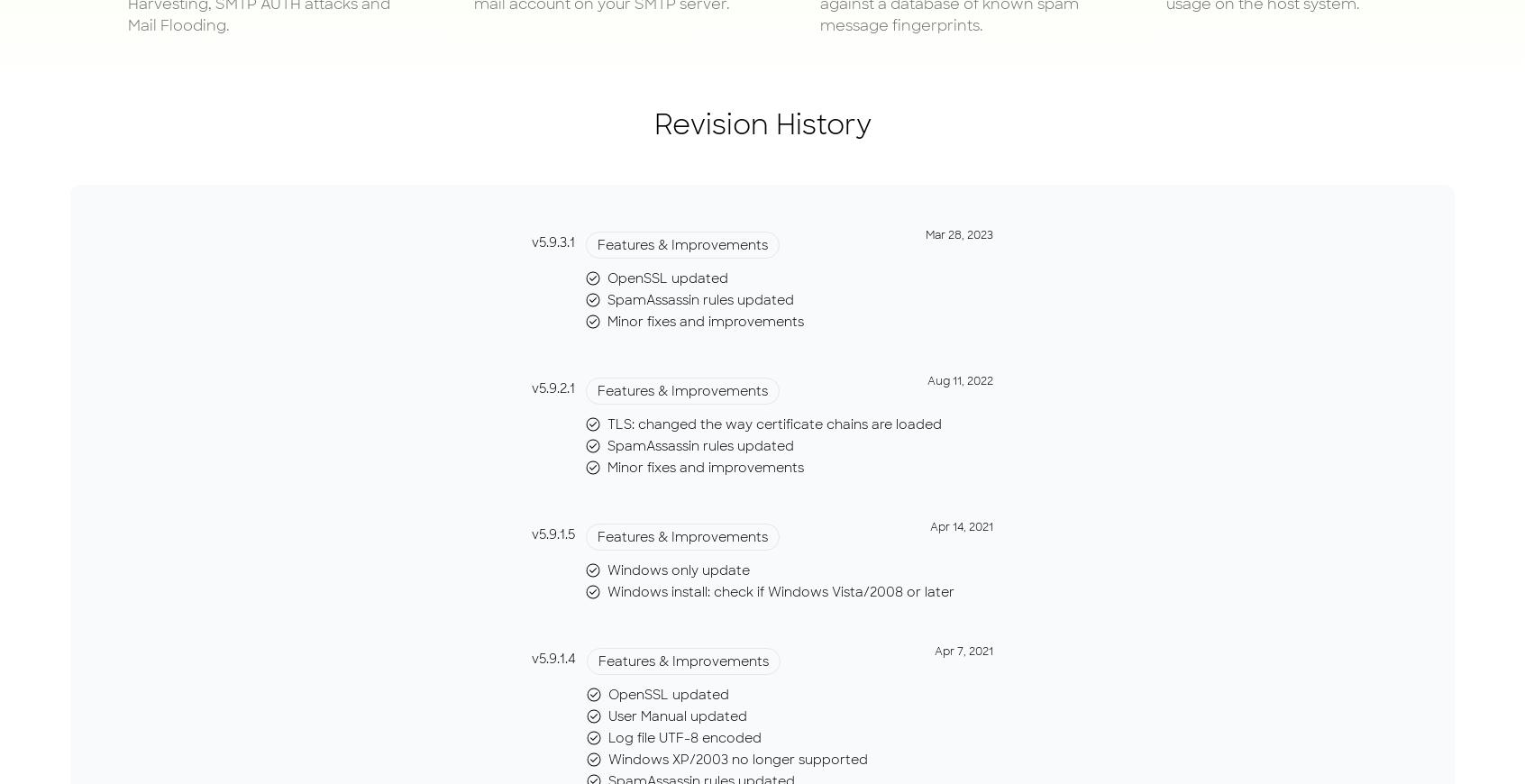  What do you see at coordinates (594, 57) in the screenshot?
I see `'Byteplant GmbH'` at bounding box center [594, 57].